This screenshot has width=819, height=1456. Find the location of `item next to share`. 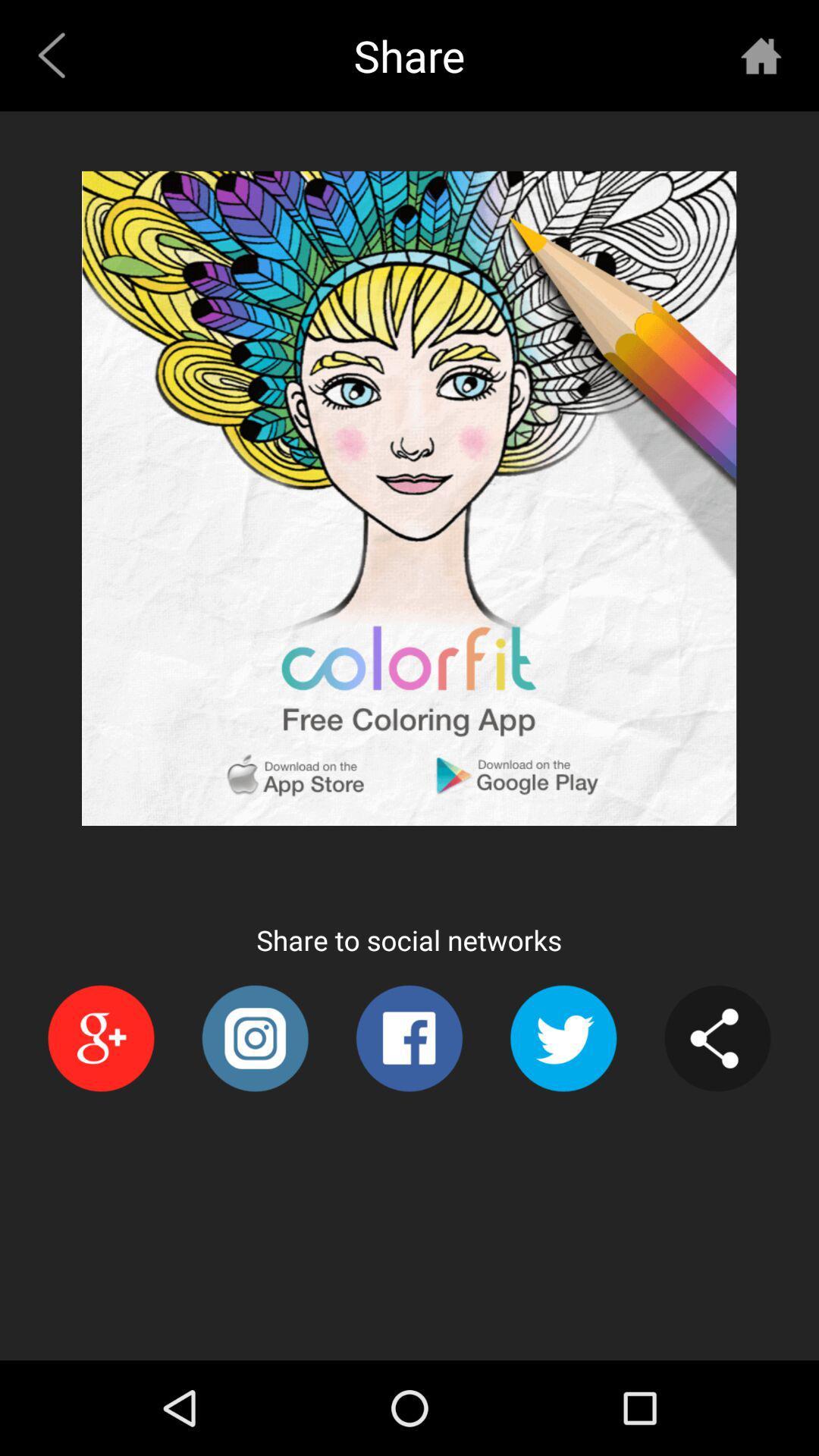

item next to share is located at coordinates (57, 55).